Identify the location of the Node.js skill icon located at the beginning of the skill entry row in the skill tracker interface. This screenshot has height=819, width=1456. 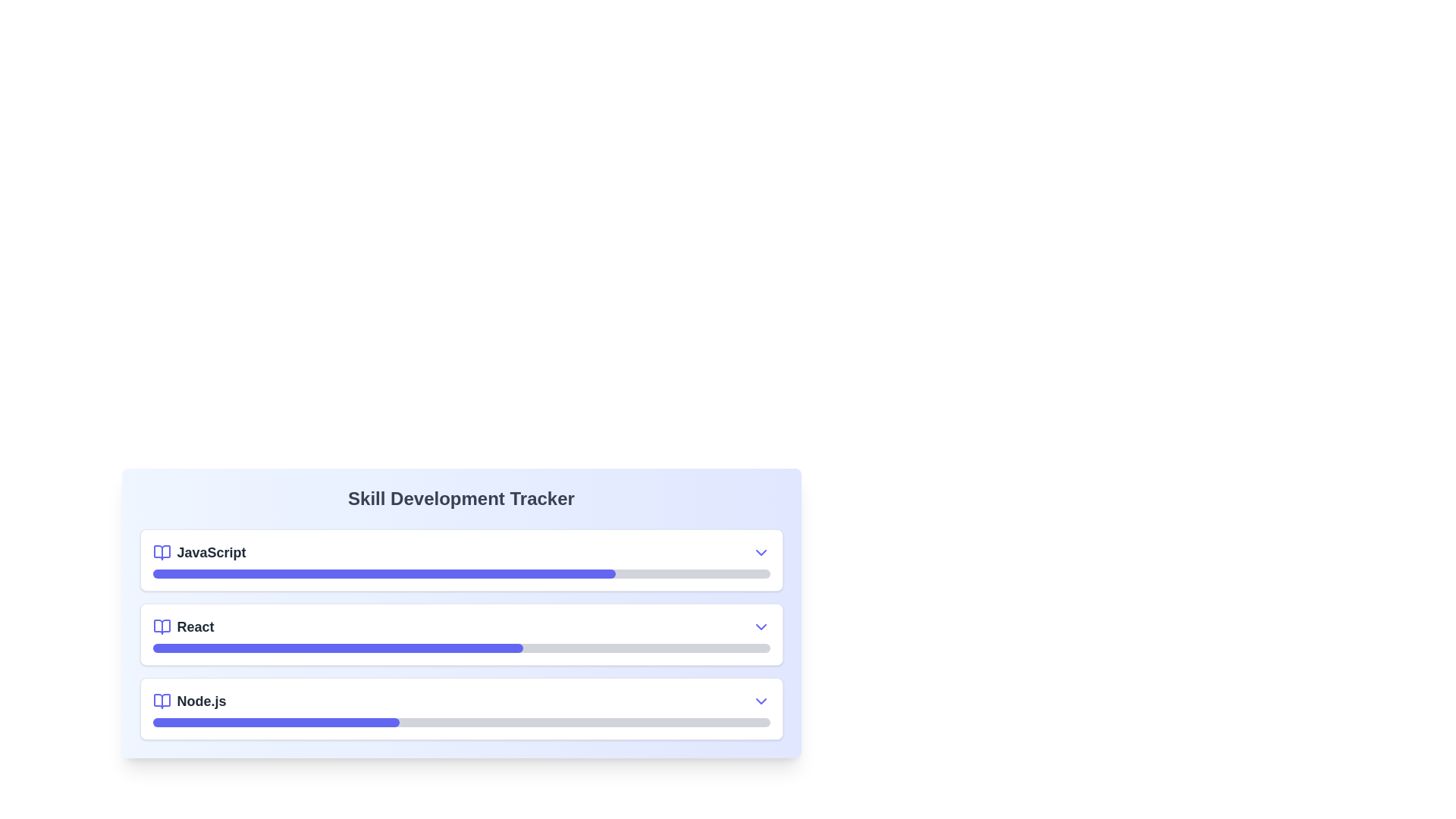
(162, 701).